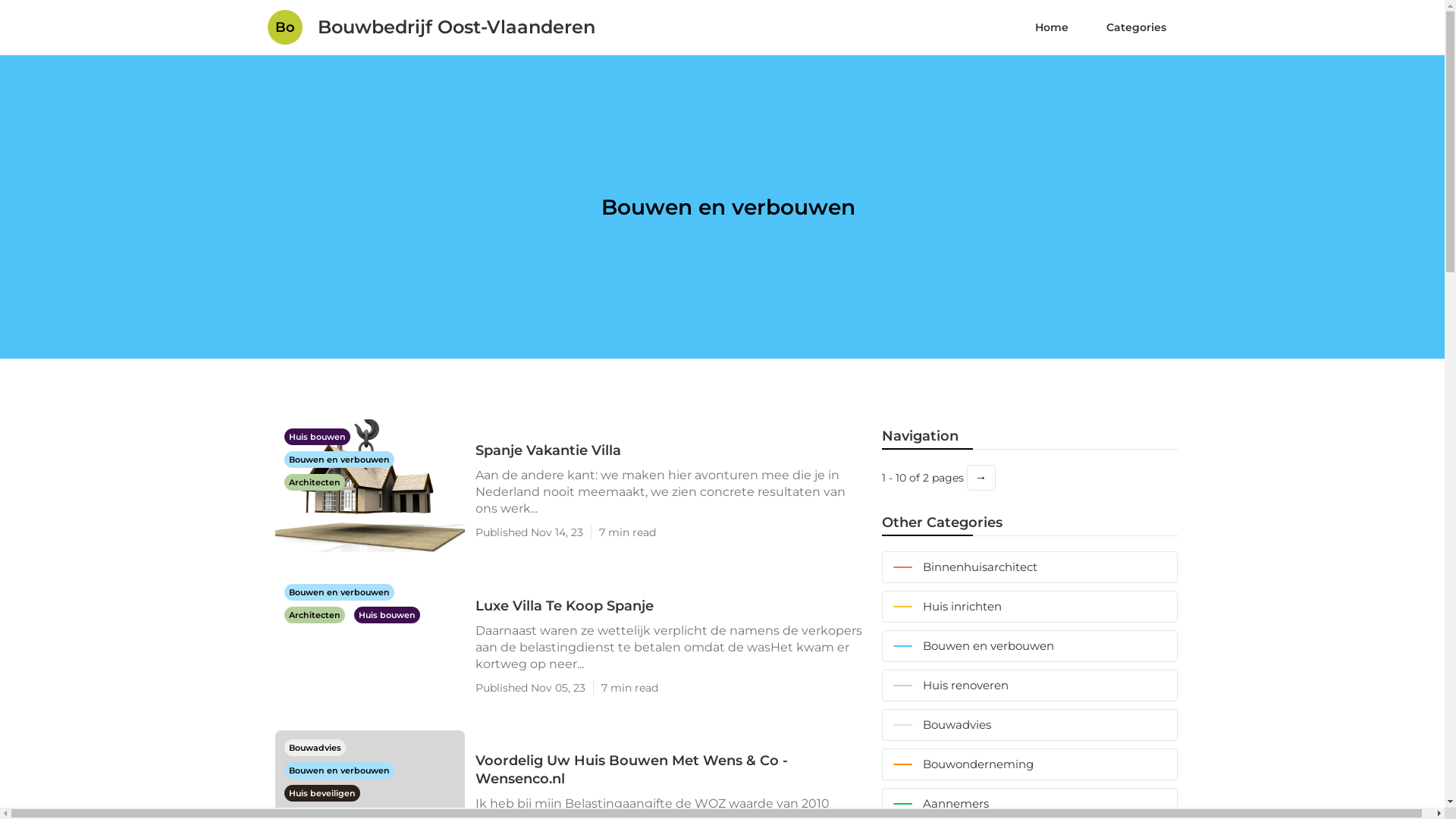  Describe the element at coordinates (1029, 724) in the screenshot. I see `'Bouwadvies'` at that location.